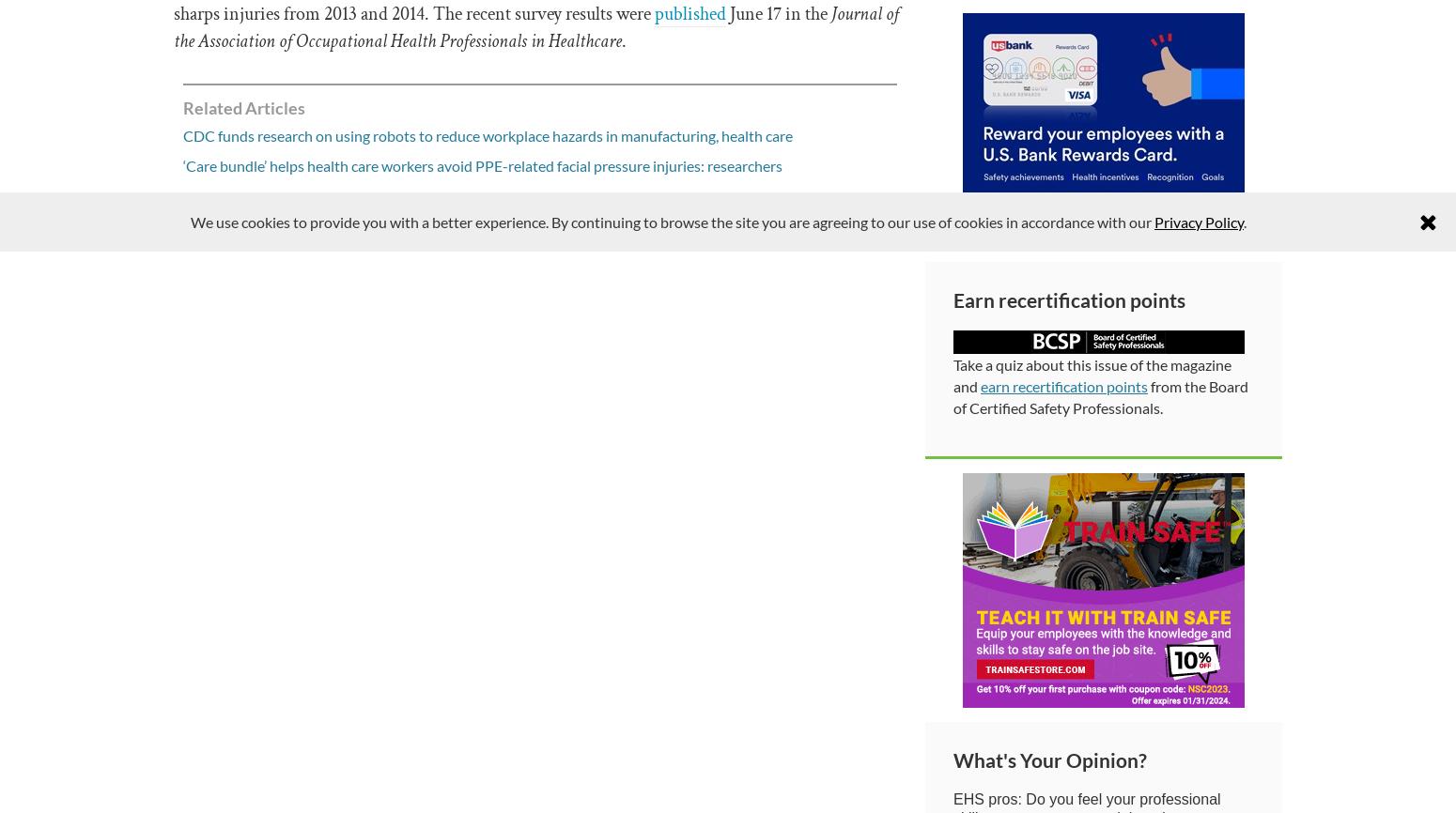 The width and height of the screenshot is (1456, 813). I want to click on '‘Care bundle’ helps health care workers avoid PPE-related facial pressure injuries: researchers', so click(481, 165).